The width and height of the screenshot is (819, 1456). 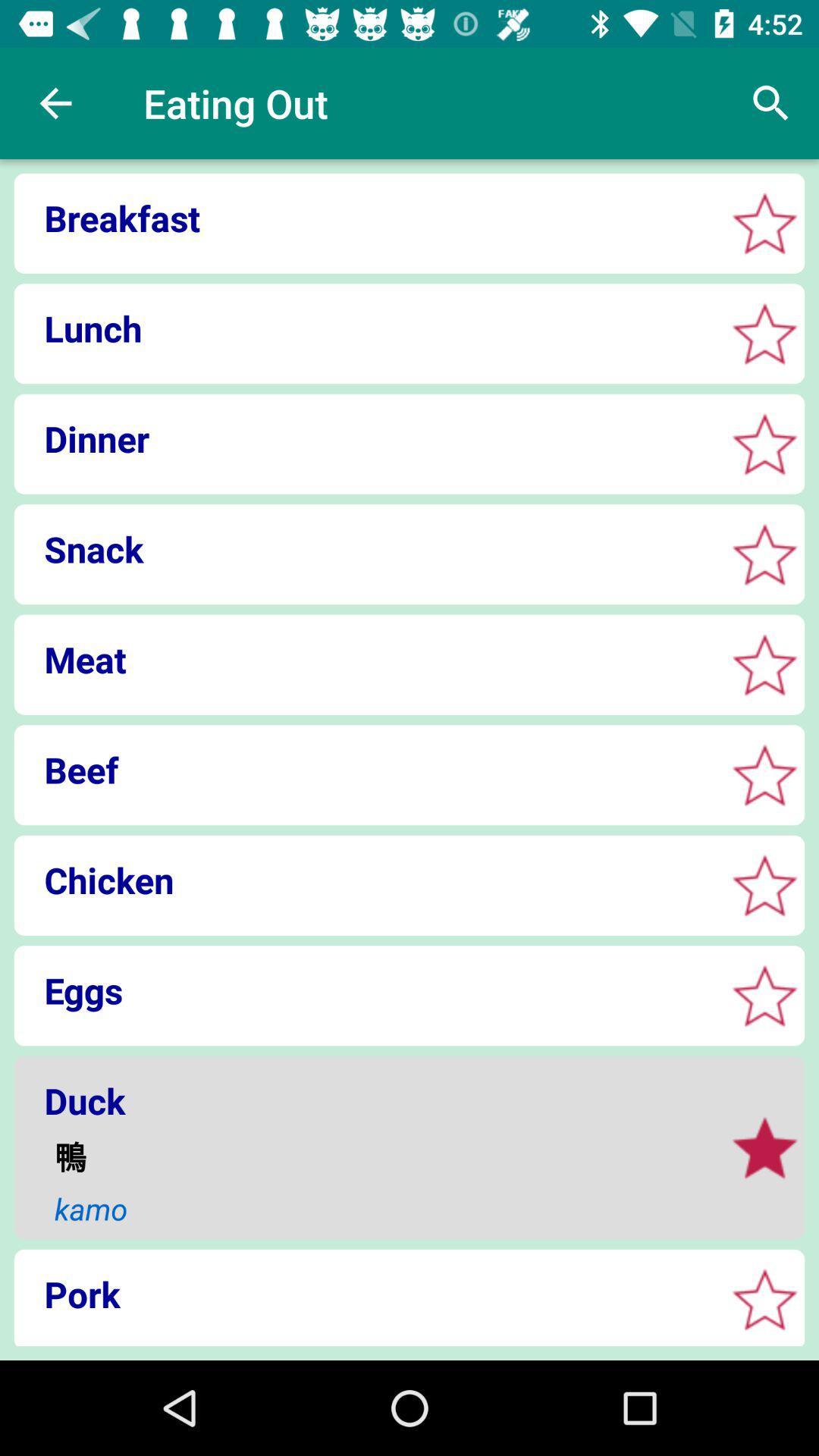 What do you see at coordinates (764, 1298) in the screenshot?
I see `option to favorites` at bounding box center [764, 1298].